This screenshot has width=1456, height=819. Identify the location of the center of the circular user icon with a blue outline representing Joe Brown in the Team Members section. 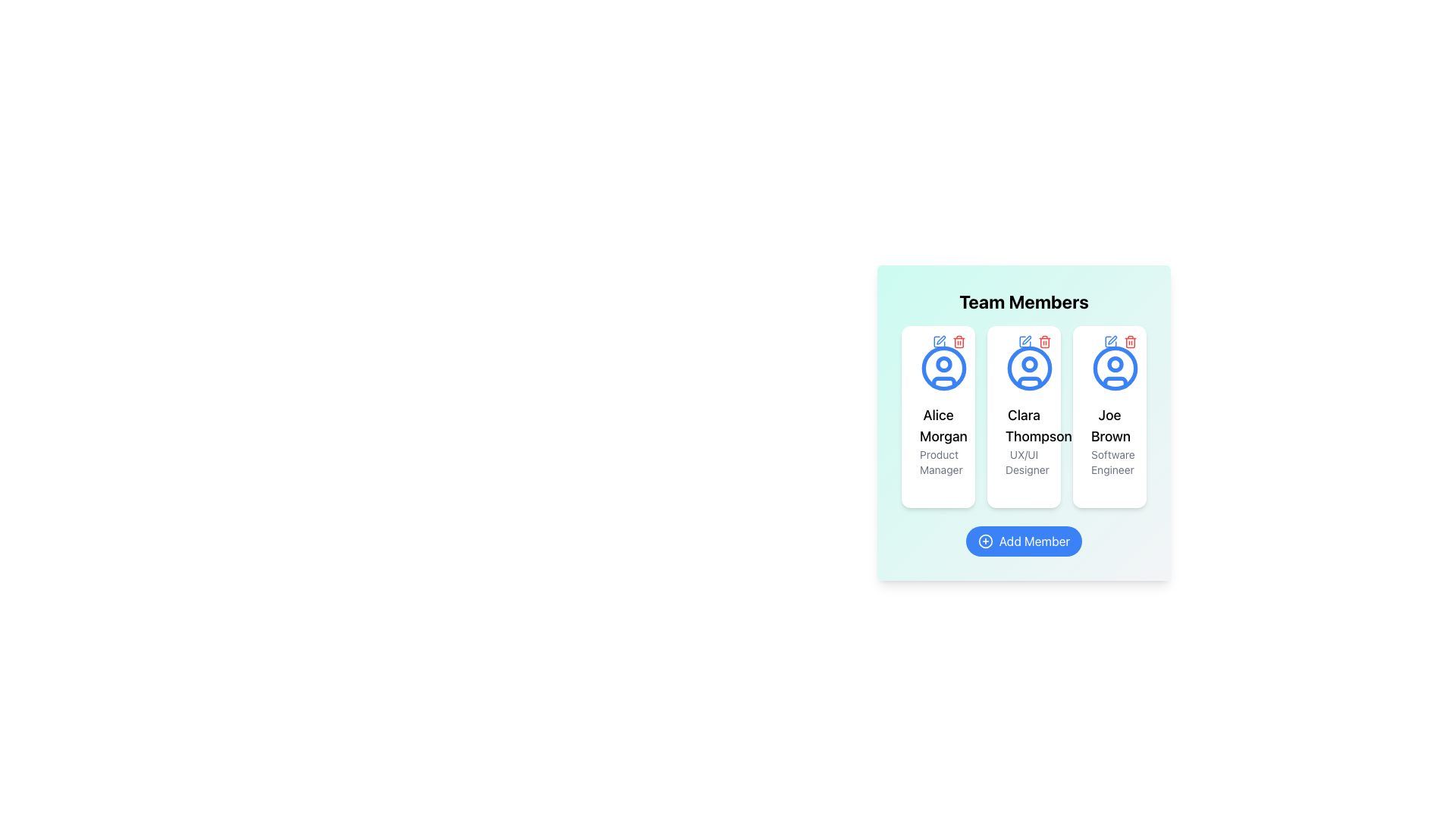
(1115, 369).